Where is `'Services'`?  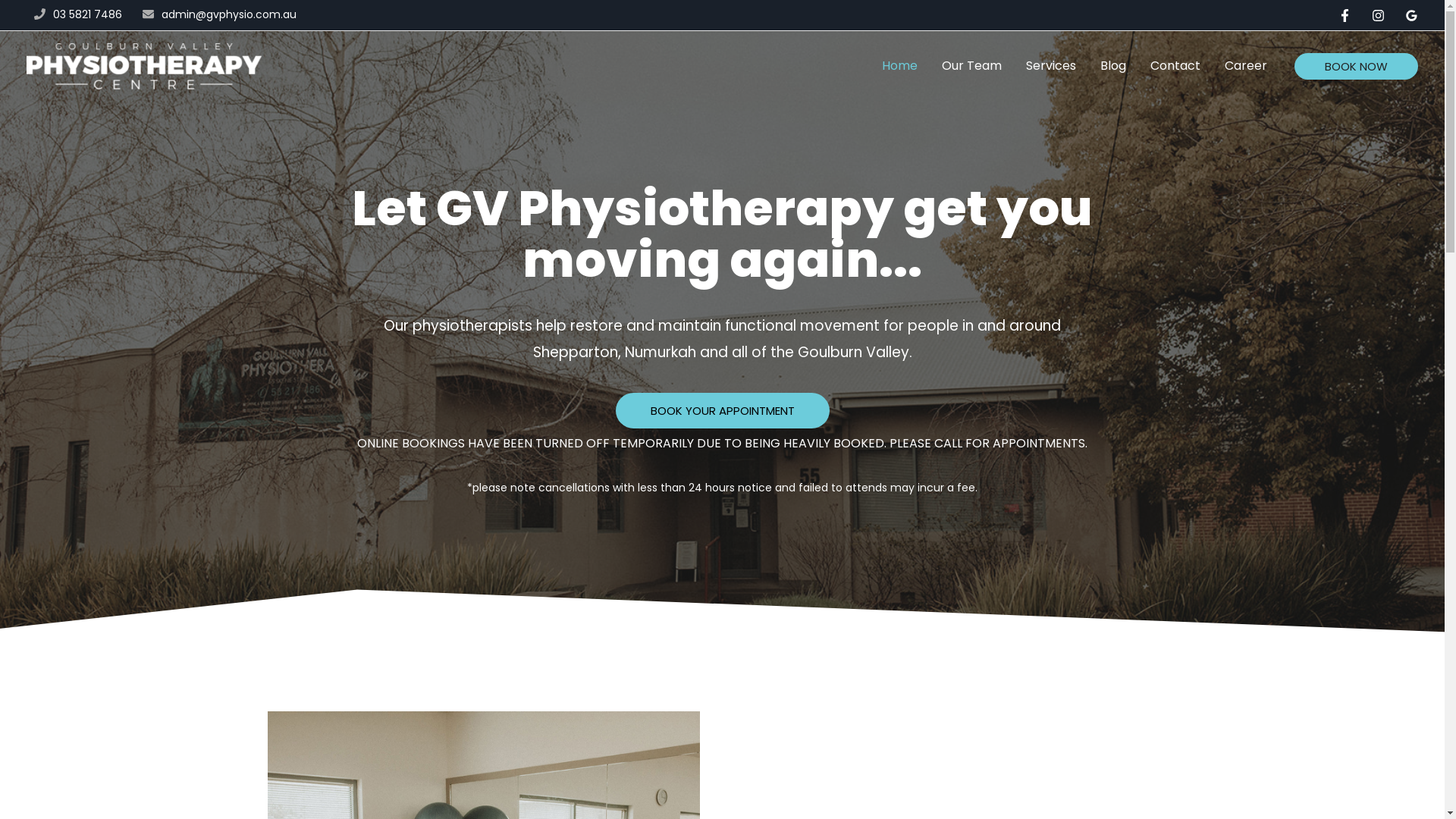 'Services' is located at coordinates (1050, 65).